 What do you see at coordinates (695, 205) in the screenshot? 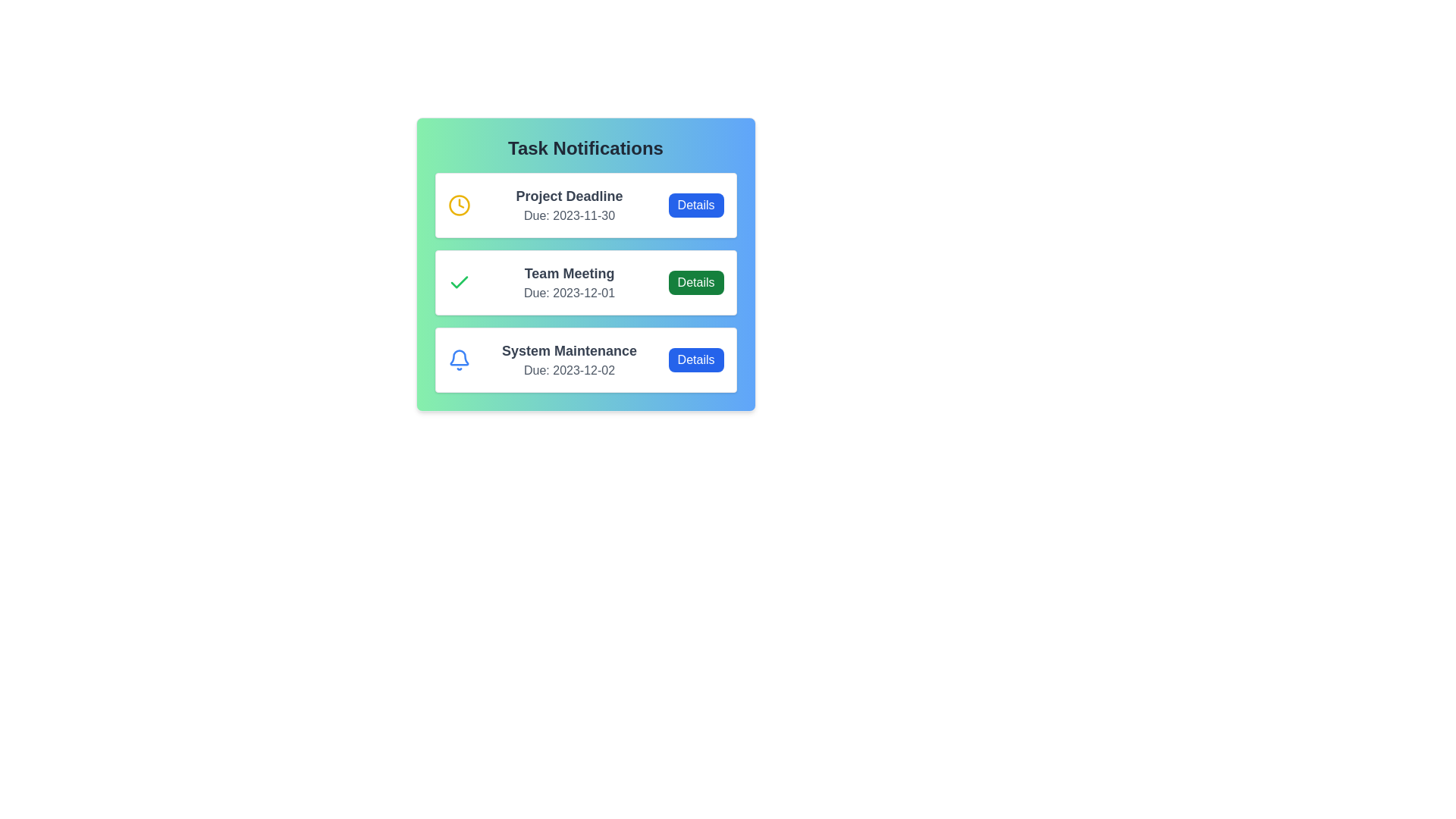
I see `the 'Details' button for the task 'Project Deadline'` at bounding box center [695, 205].